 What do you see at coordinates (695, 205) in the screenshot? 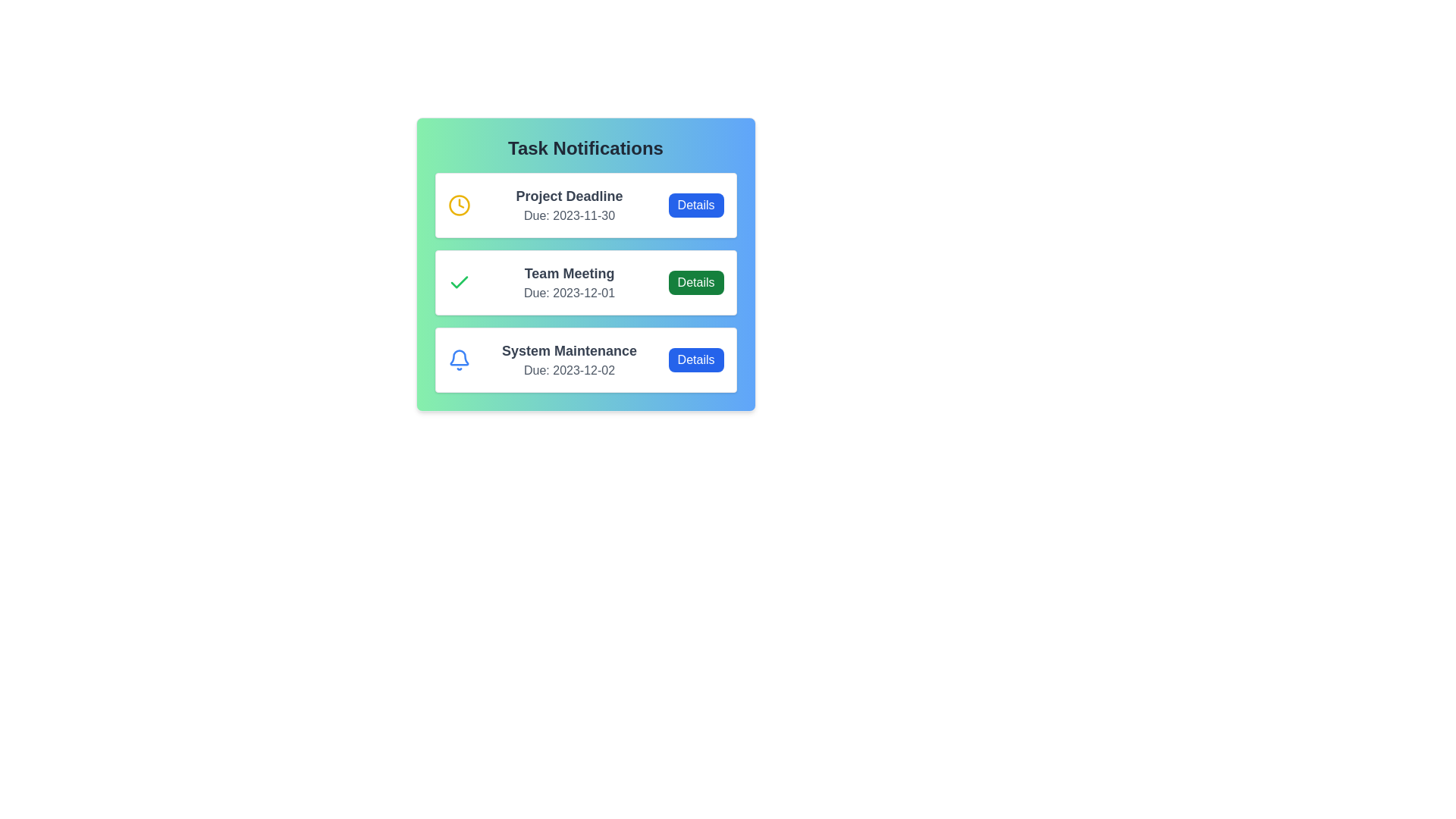
I see `the 'Details' button for the task 'Project Deadline'` at bounding box center [695, 205].